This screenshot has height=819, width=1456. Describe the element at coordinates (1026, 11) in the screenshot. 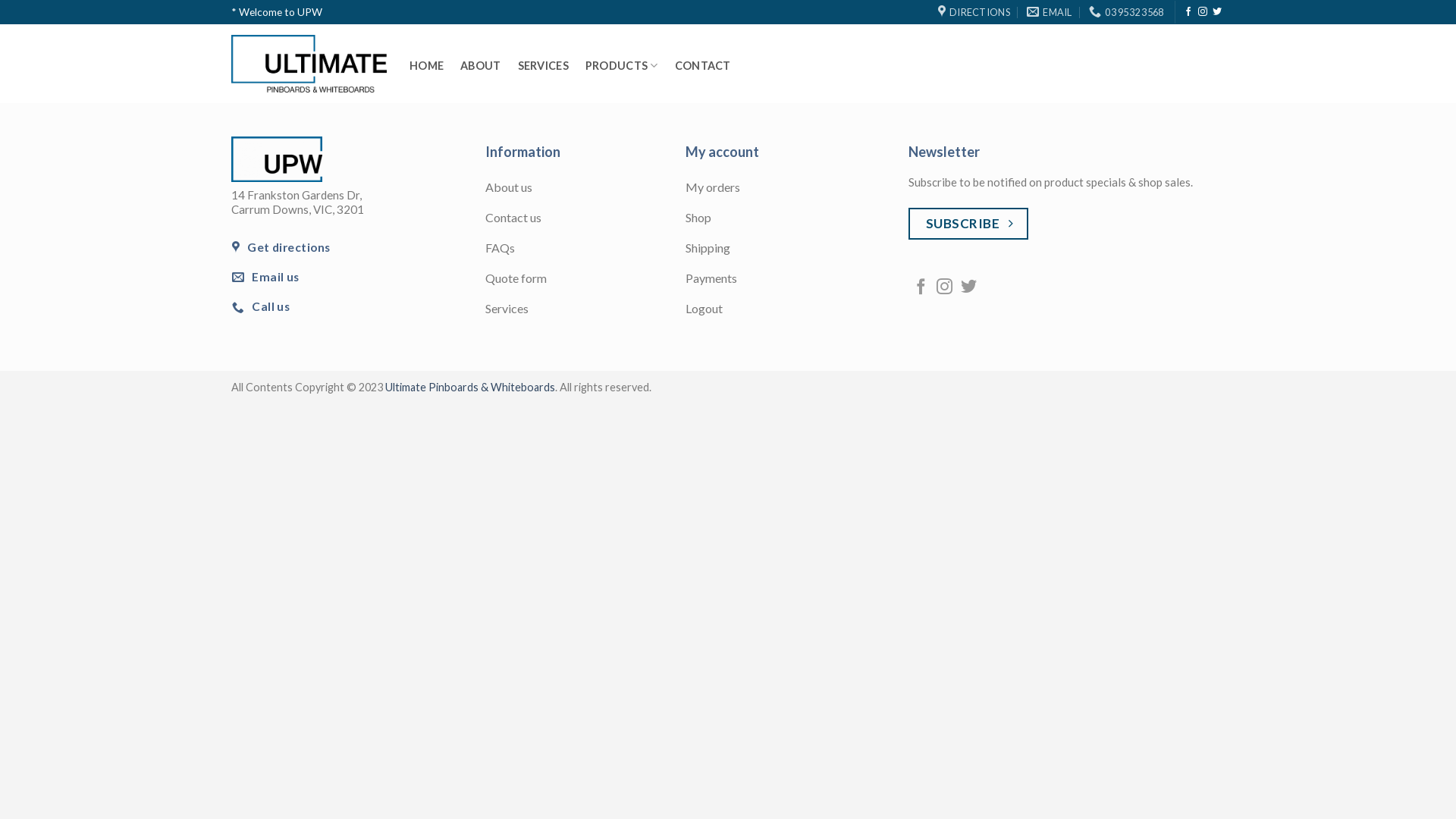

I see `'EMAIL'` at that location.